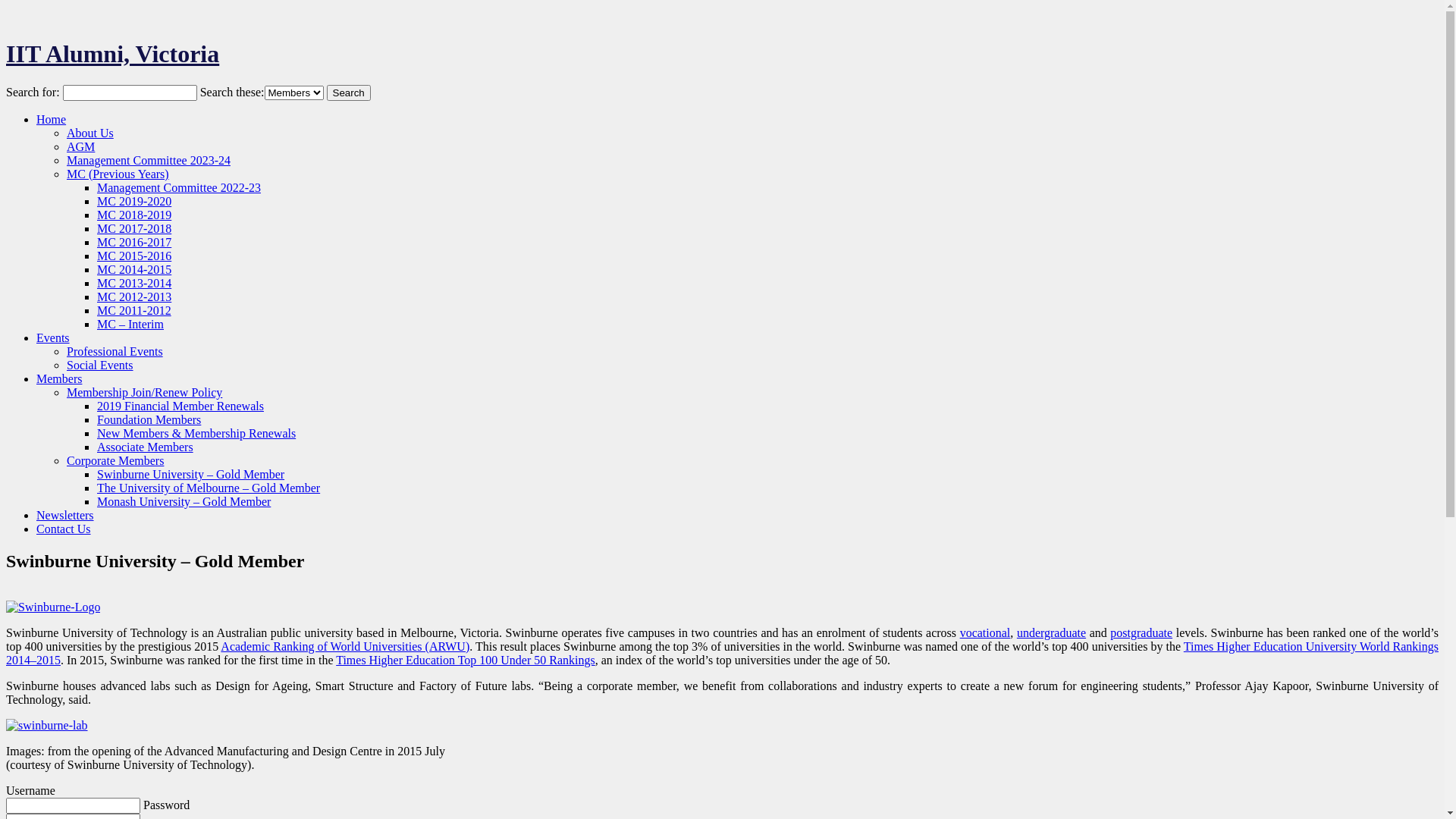 This screenshot has height=819, width=1456. What do you see at coordinates (64, 514) in the screenshot?
I see `'Newsletters'` at bounding box center [64, 514].